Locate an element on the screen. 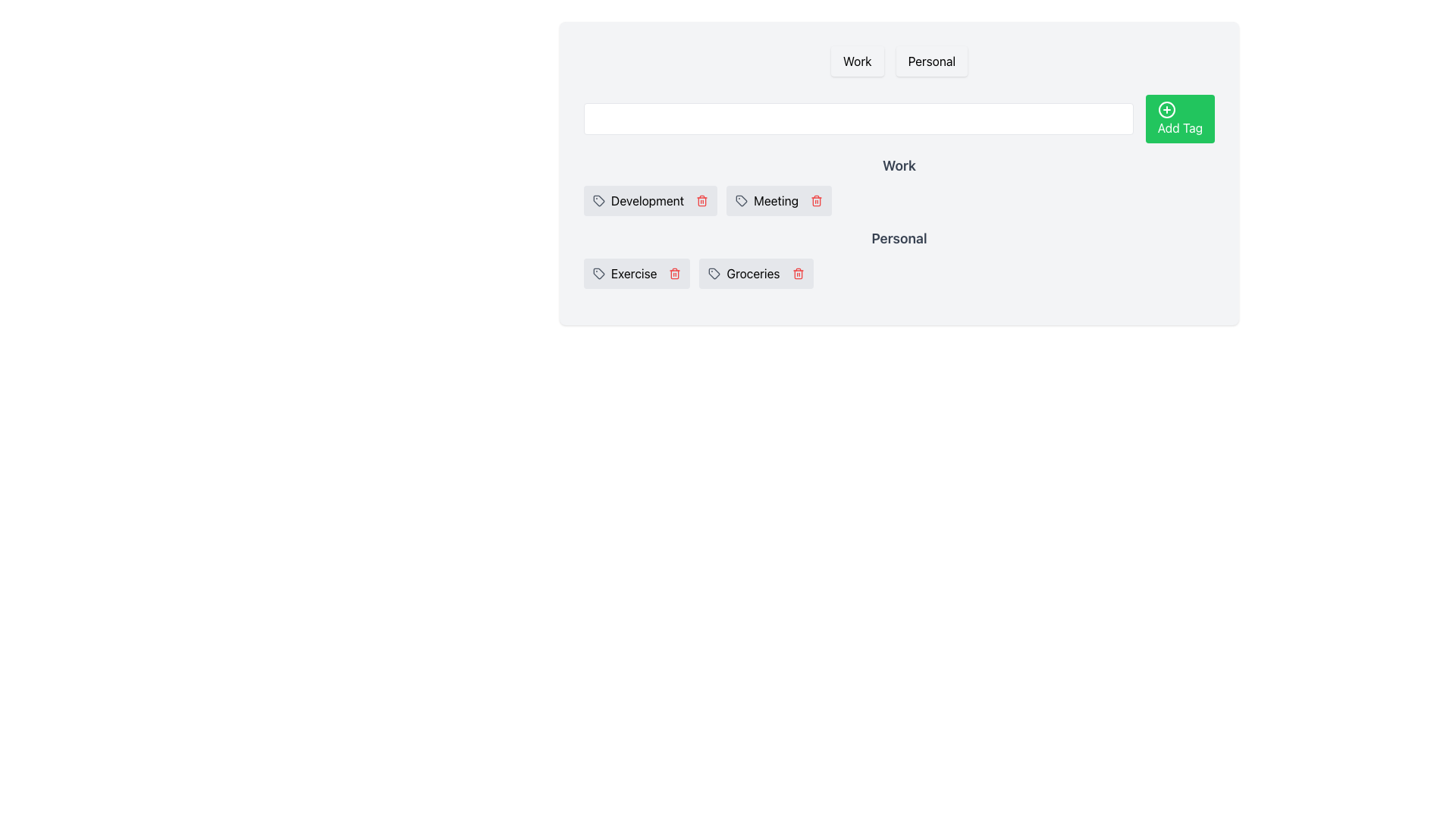 The width and height of the screenshot is (1456, 819). the red trash can icon button located to the right of the 'Meeting' label in the 'Work' section is located at coordinates (816, 200).